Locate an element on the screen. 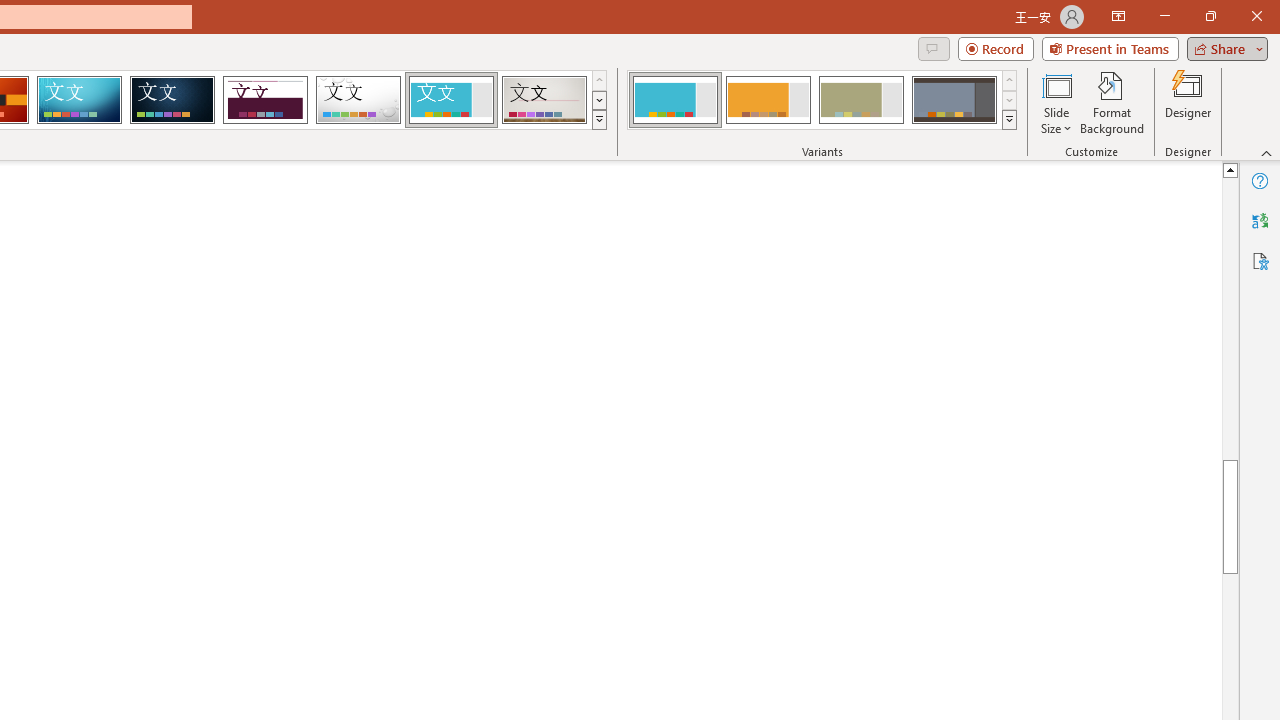 This screenshot has width=1280, height=720. 'Dividend' is located at coordinates (264, 100).